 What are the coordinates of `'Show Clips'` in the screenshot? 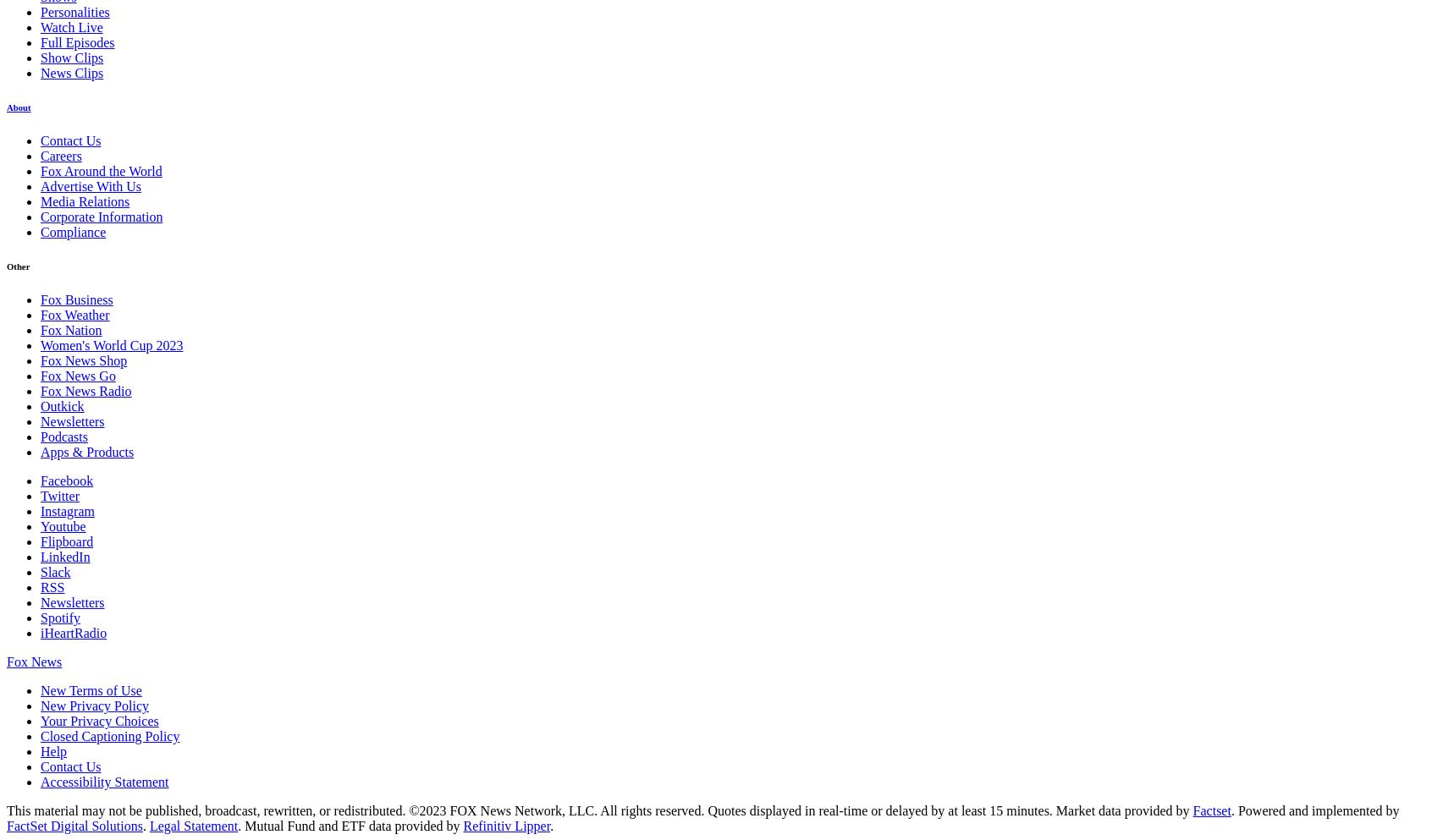 It's located at (71, 58).